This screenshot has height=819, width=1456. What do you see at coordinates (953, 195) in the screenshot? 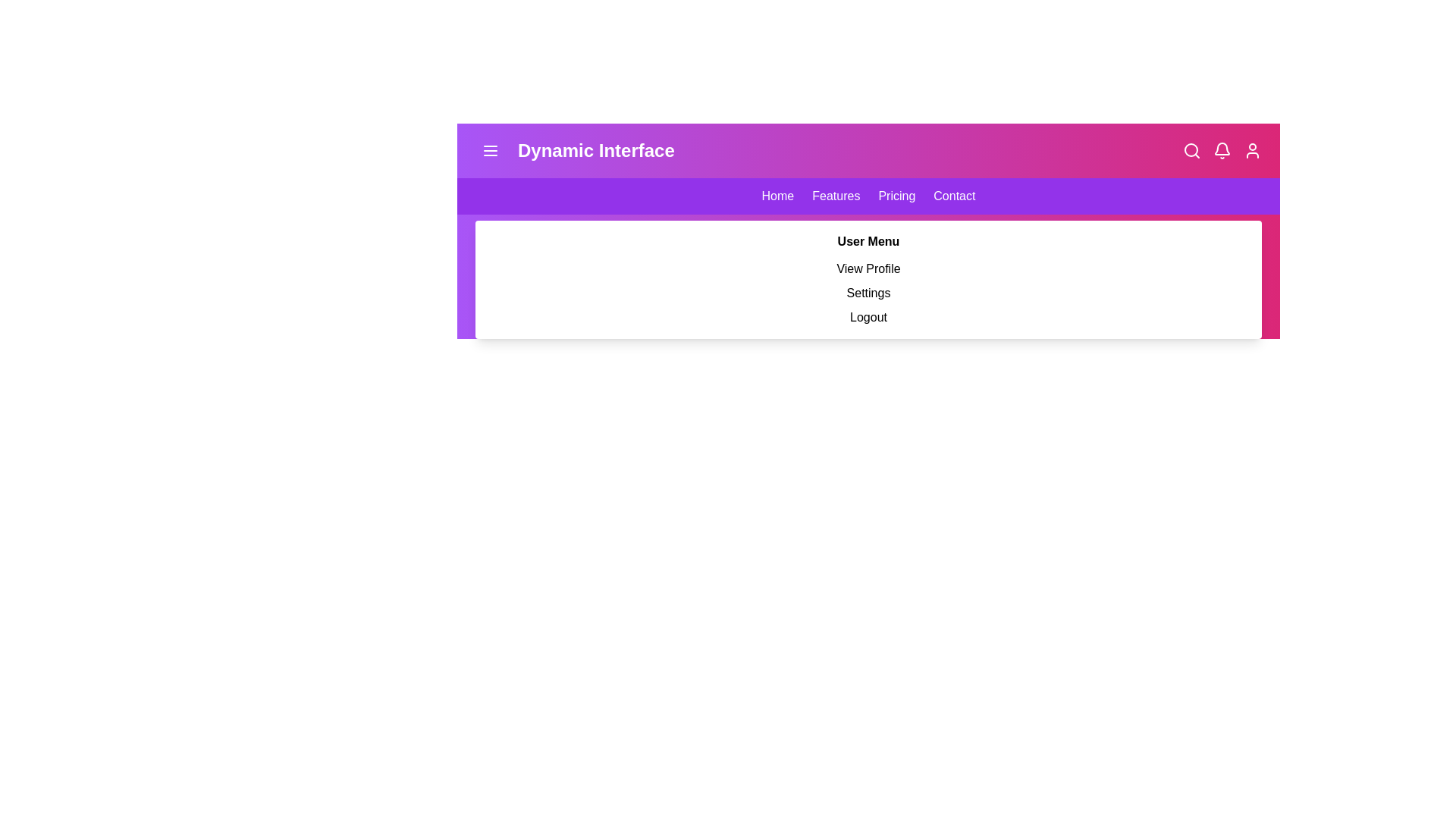
I see `the navigation link Contact` at bounding box center [953, 195].